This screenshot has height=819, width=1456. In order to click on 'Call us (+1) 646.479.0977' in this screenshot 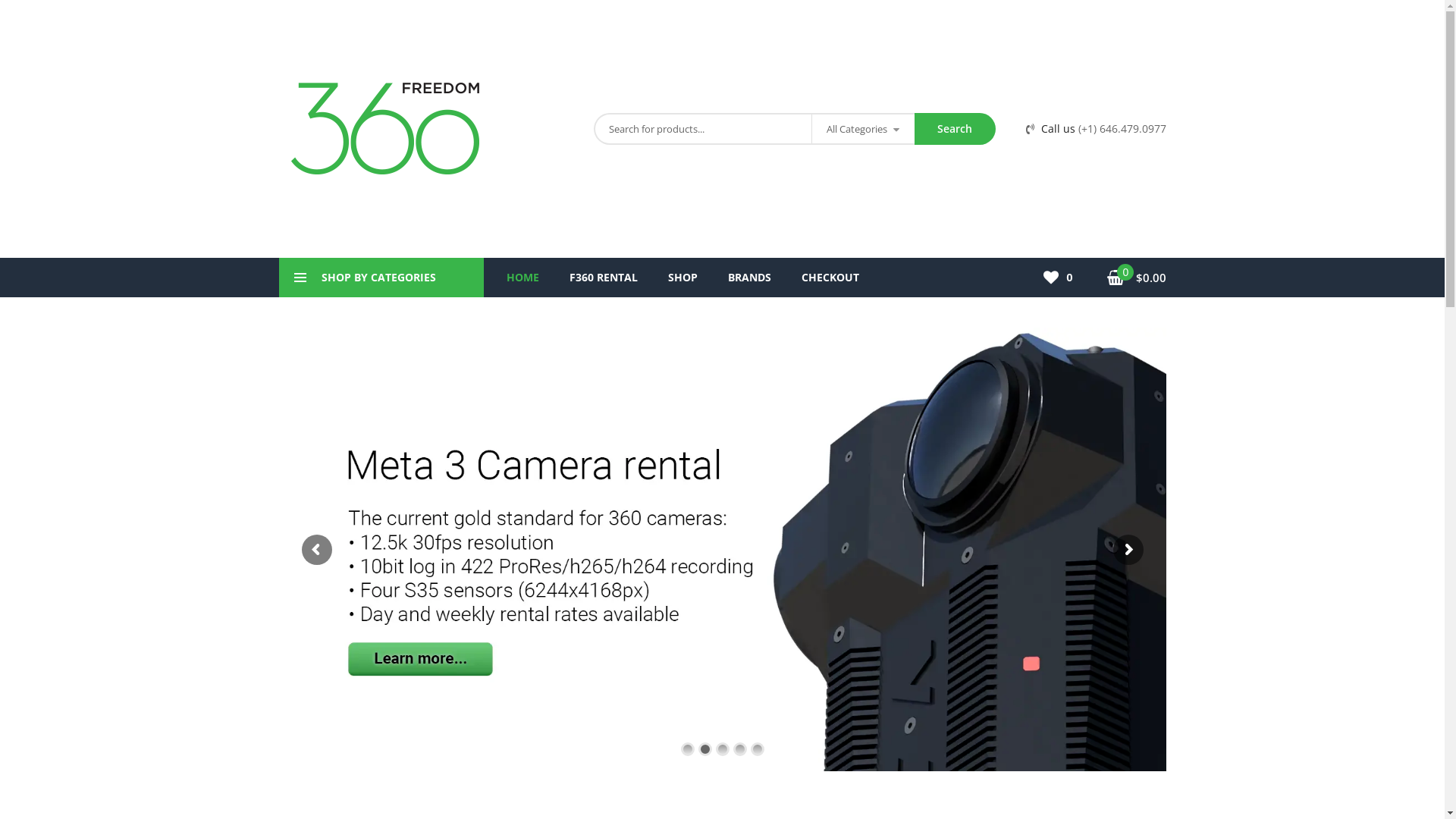, I will do `click(1095, 127)`.